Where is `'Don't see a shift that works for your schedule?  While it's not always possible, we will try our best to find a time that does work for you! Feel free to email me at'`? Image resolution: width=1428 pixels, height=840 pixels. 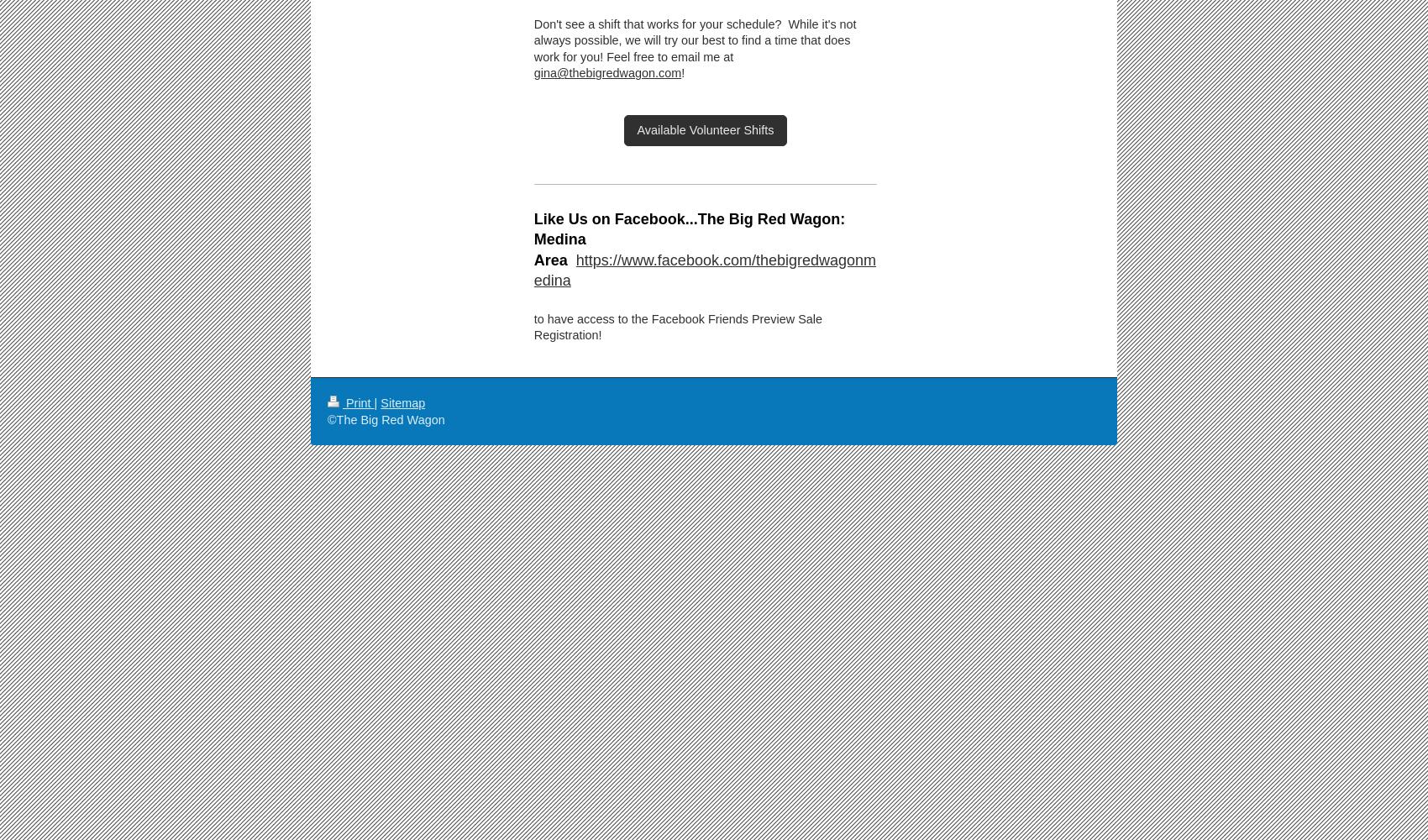
'Don't see a shift that works for your schedule?  While it's not always possible, we will try our best to find a time that does work for you! Feel free to email me at' is located at coordinates (532, 40).